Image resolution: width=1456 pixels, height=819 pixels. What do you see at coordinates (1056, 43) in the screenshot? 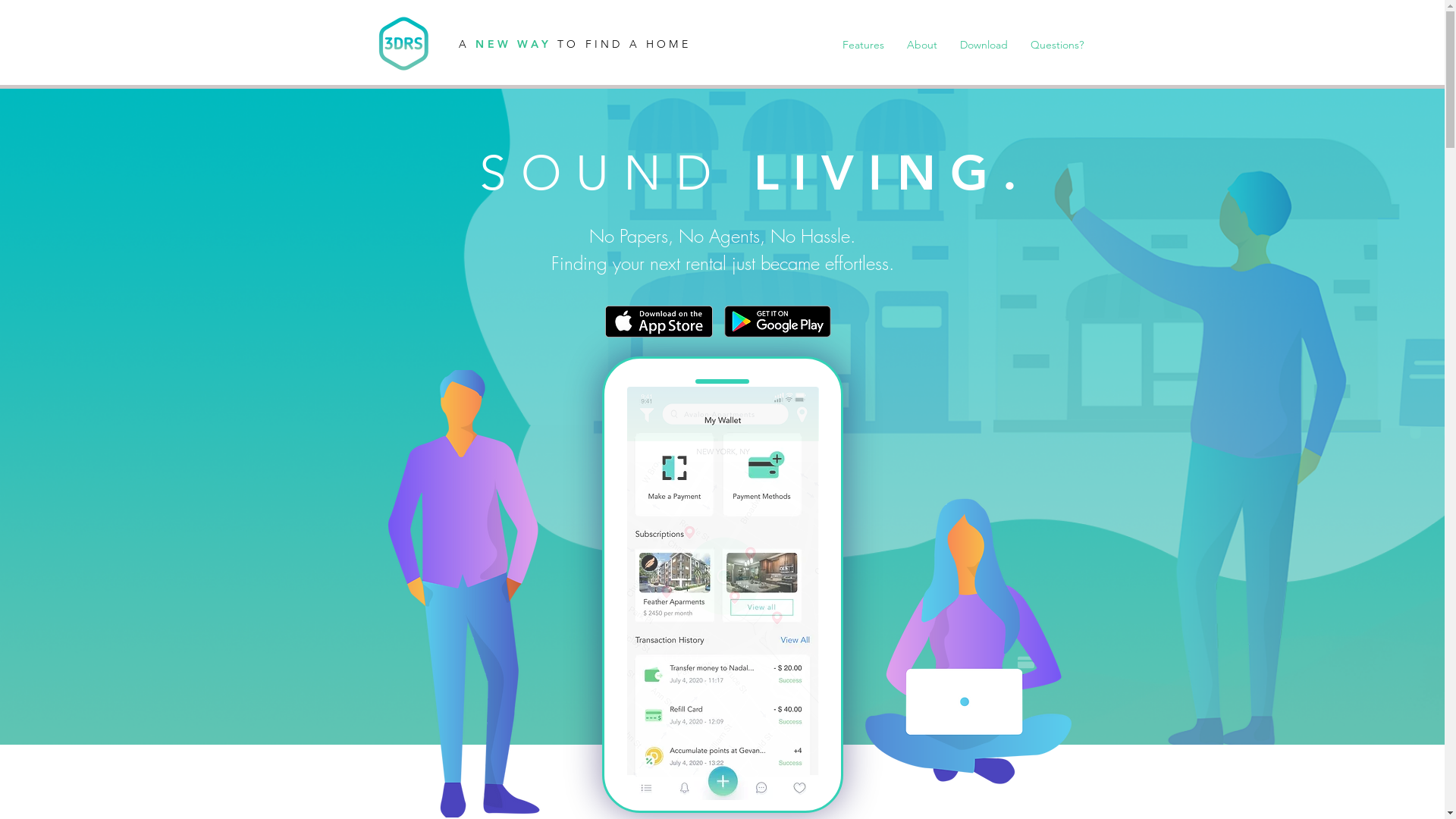
I see `'Questions?'` at bounding box center [1056, 43].